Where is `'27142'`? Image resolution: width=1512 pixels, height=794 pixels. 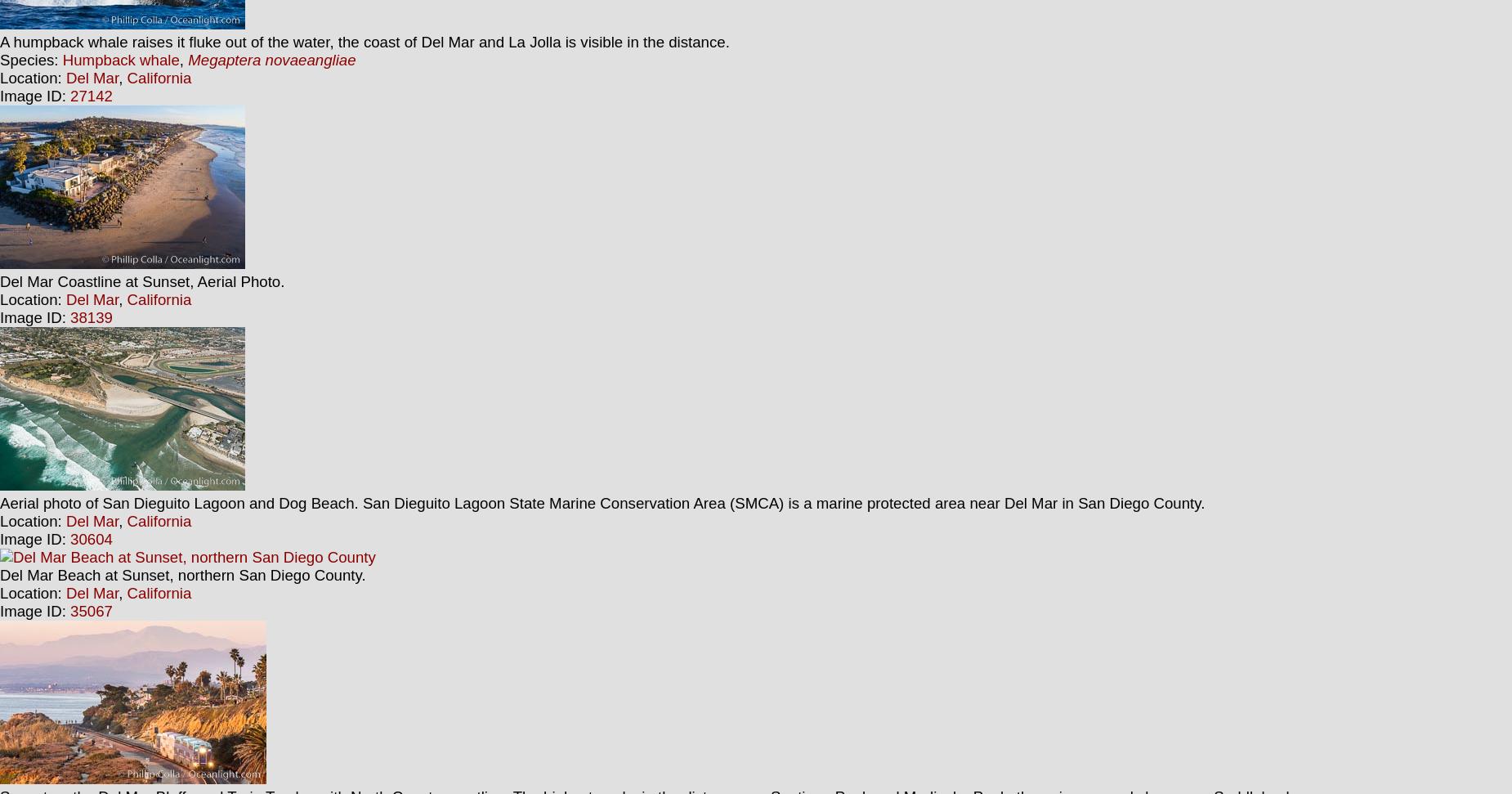 '27142' is located at coordinates (90, 96).